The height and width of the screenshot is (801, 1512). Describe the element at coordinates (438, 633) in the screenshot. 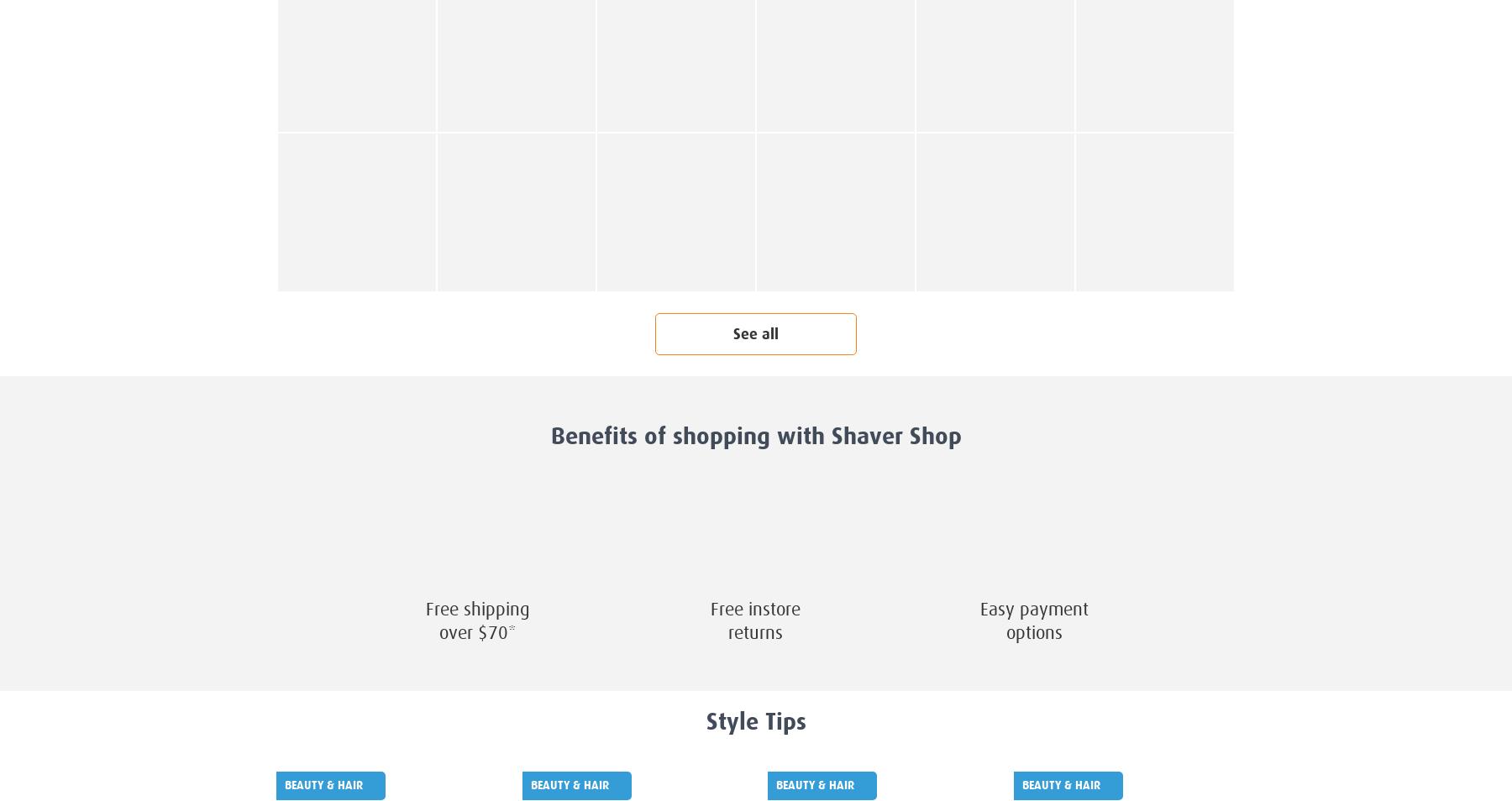

I see `'over $70*'` at that location.